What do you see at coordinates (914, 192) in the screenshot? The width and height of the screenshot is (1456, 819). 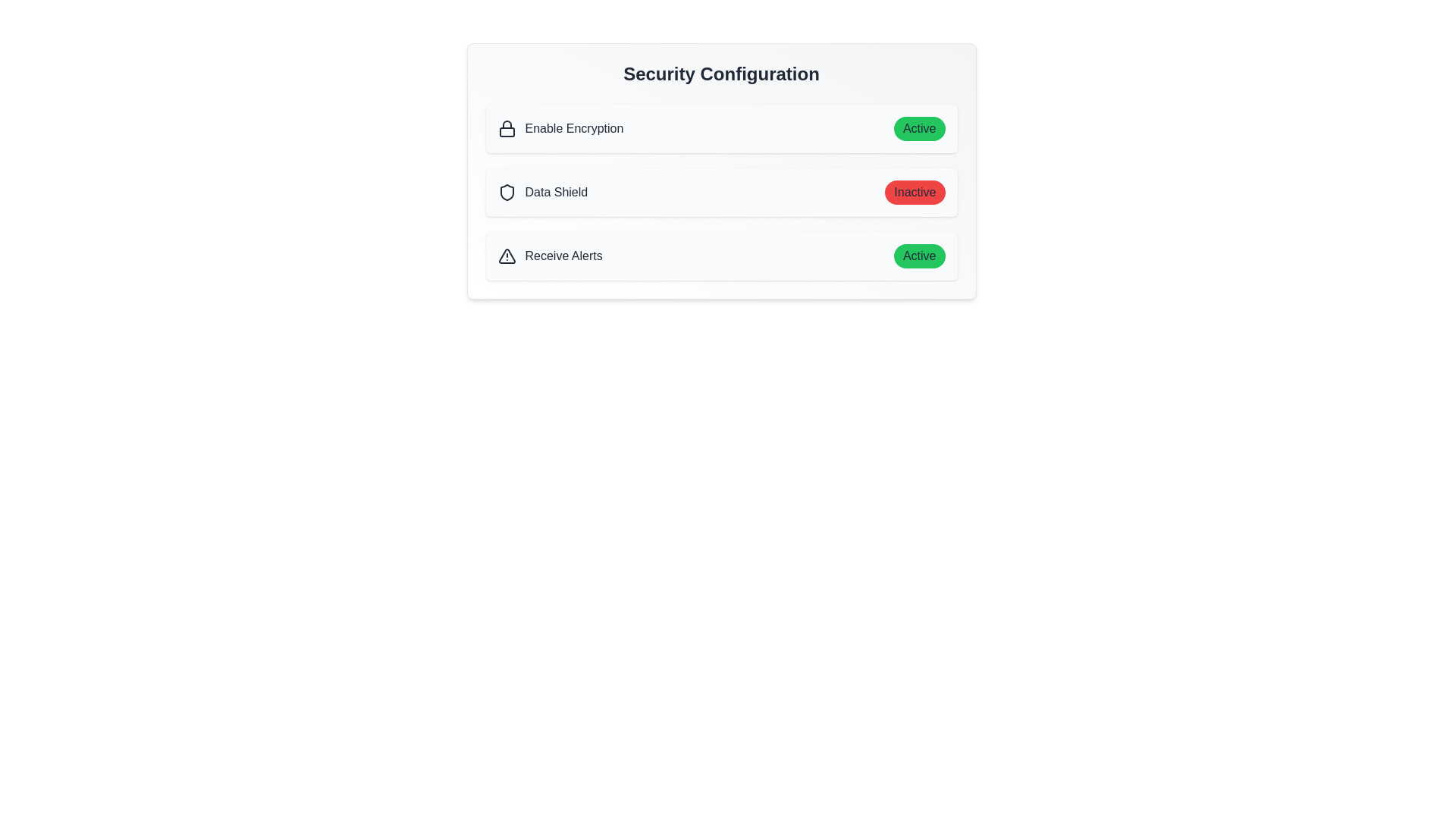 I see `the second status indicator button in the 'Security Configuration' section, which indicates the 'Data Shield' option as 'Inactive'` at bounding box center [914, 192].